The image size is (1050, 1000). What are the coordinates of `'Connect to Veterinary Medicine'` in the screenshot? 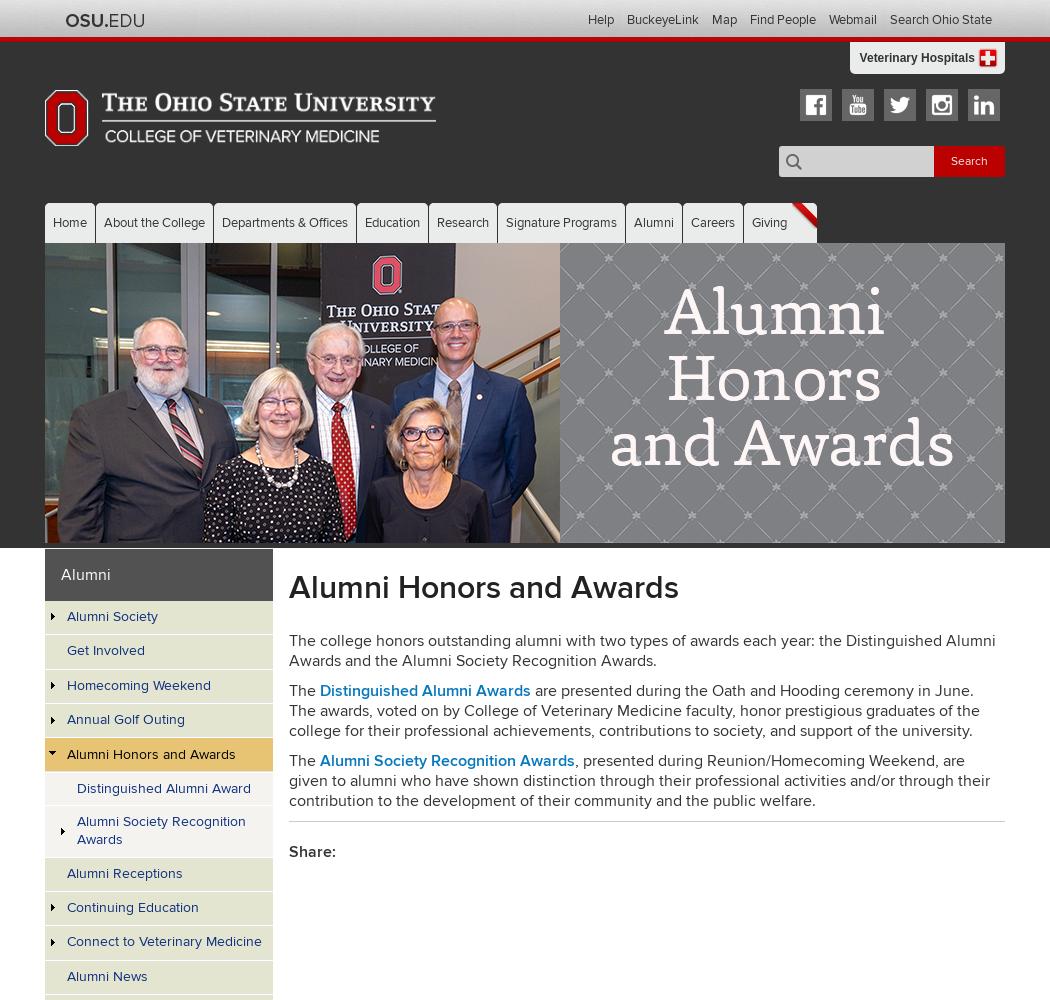 It's located at (65, 940).